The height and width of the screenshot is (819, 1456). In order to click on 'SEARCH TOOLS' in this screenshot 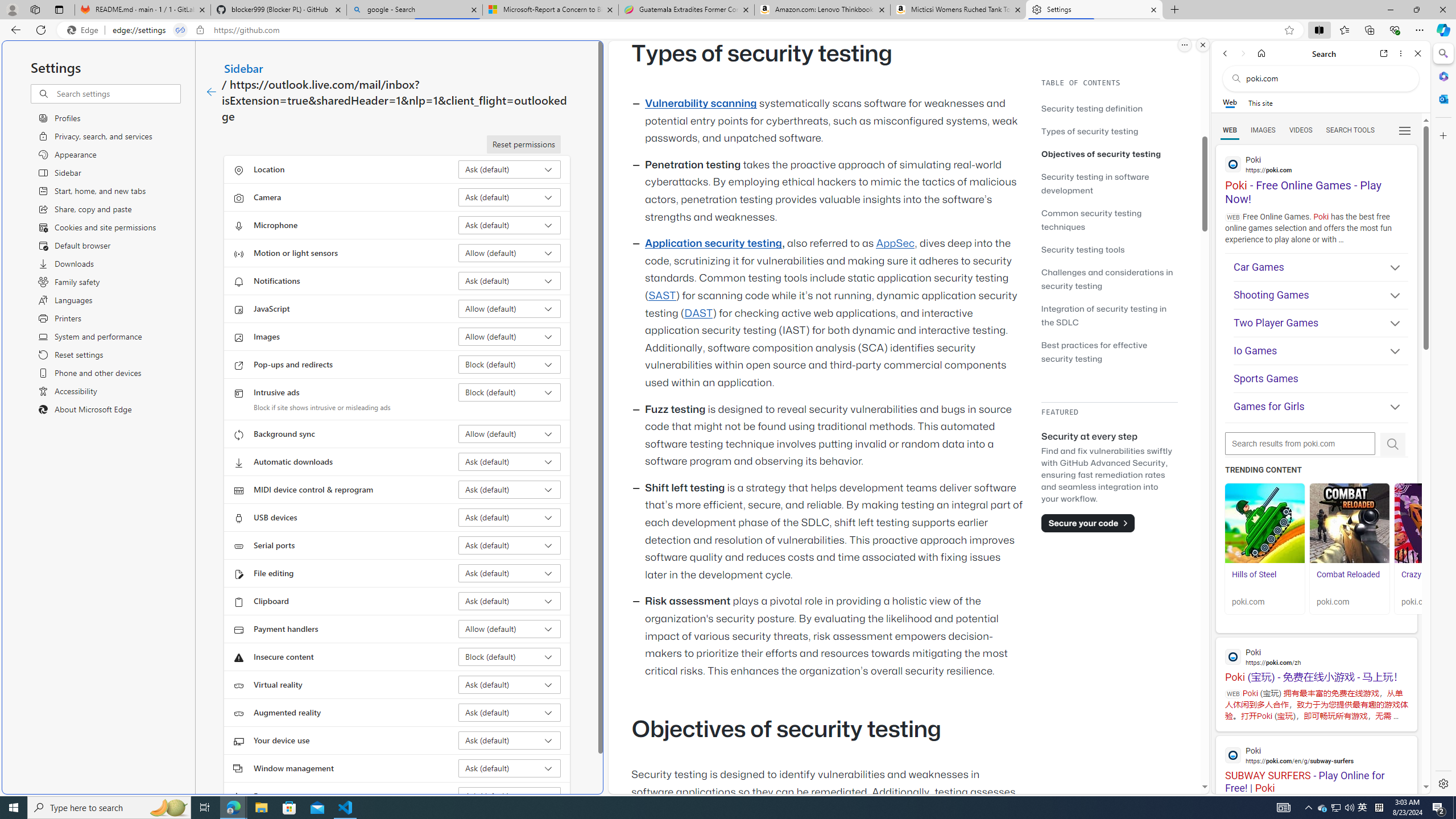, I will do `click(1350, 130)`.